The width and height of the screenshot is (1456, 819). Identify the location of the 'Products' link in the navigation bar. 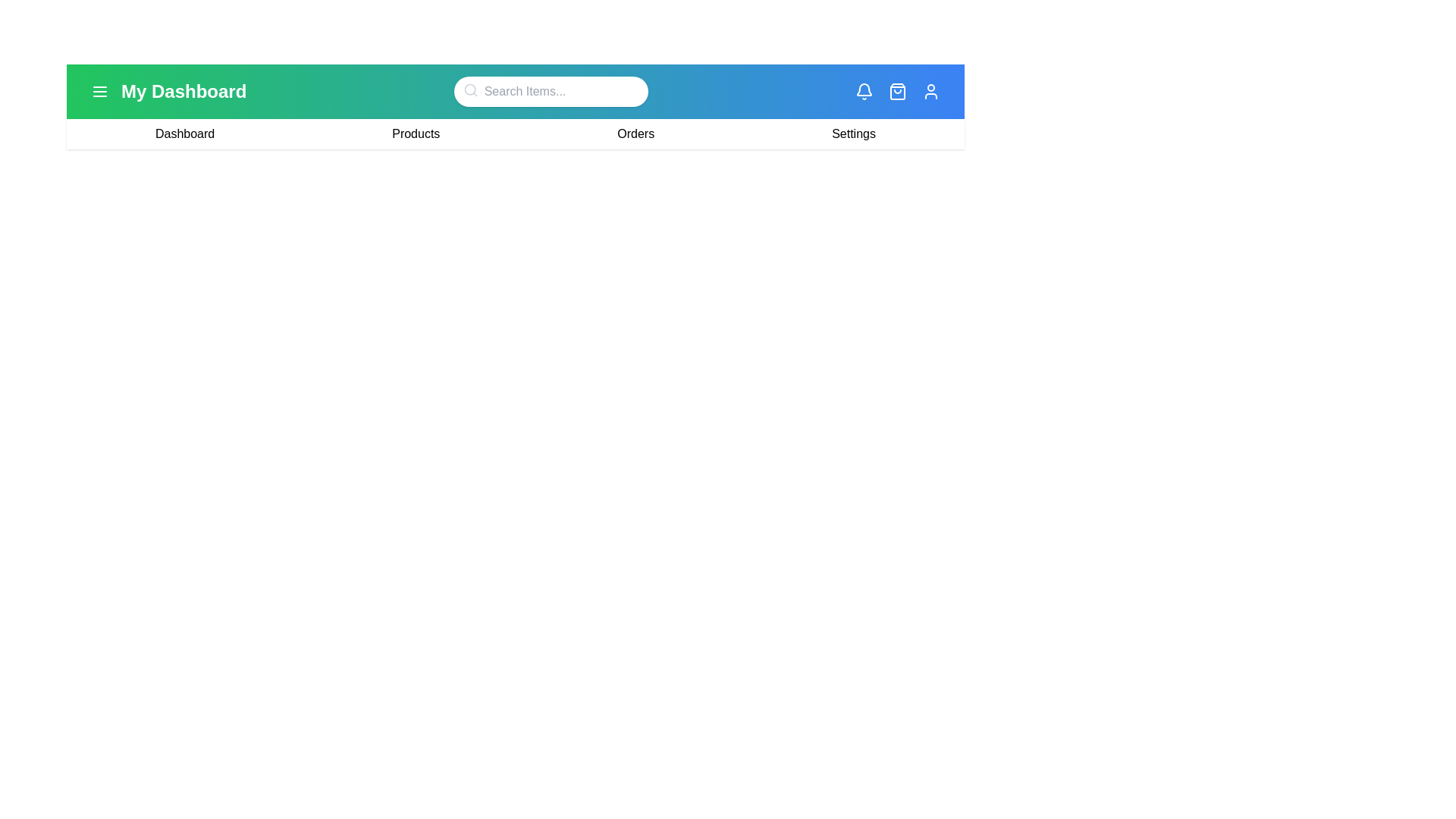
(415, 133).